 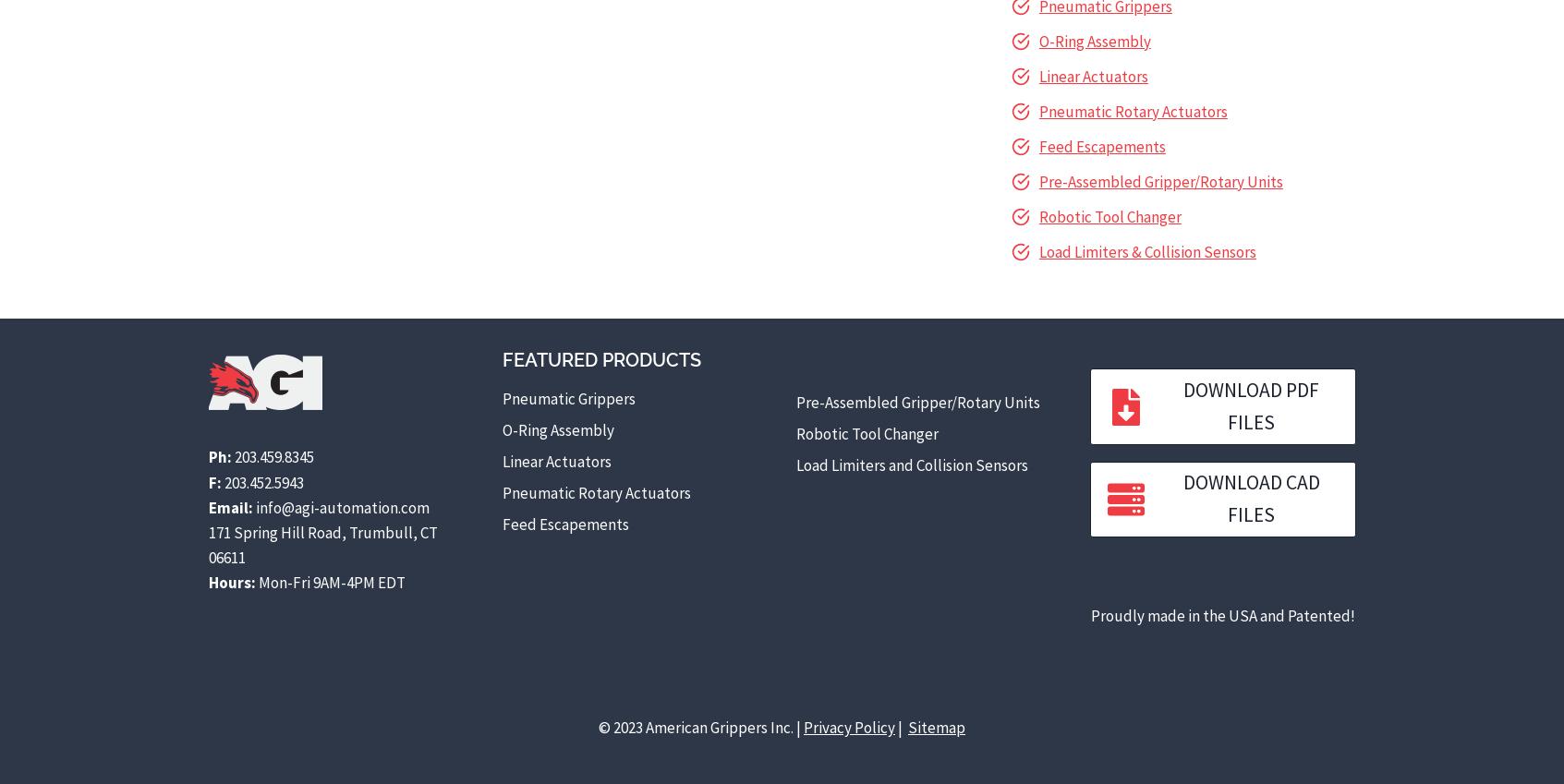 I want to click on 'Load Limiters & Collision Sensors', so click(x=1146, y=251).